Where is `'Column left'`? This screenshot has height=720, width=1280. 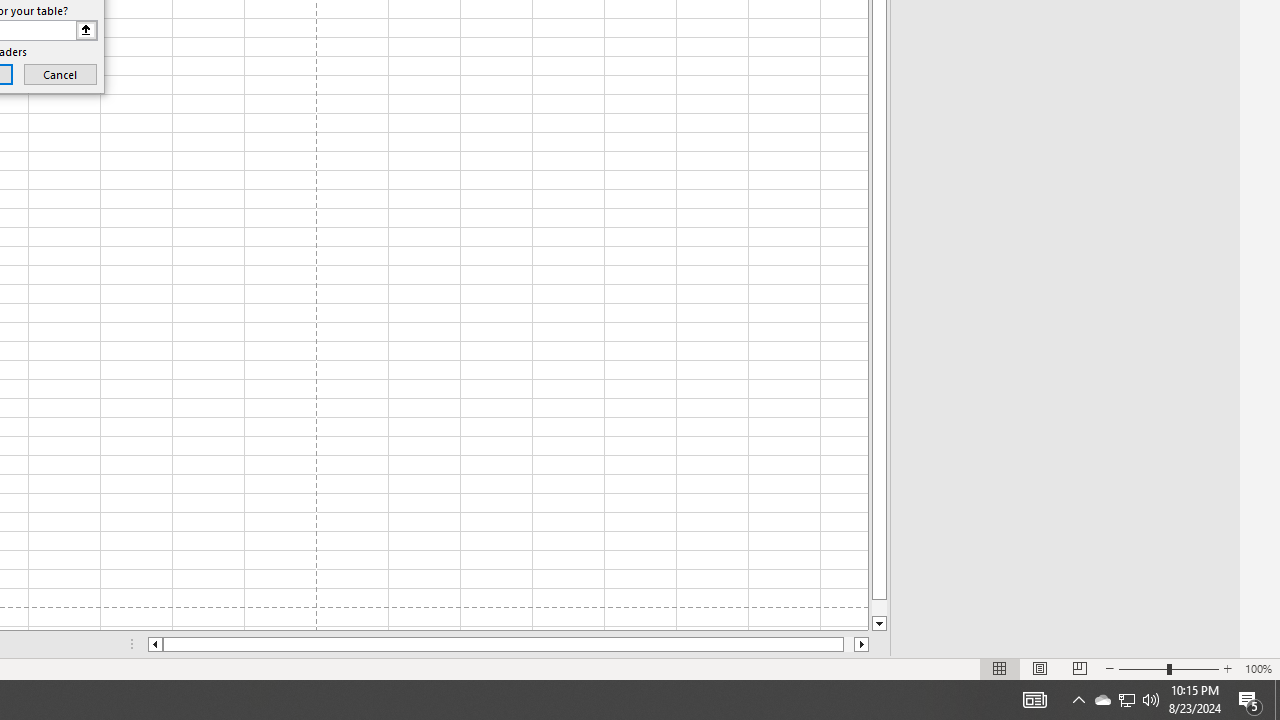 'Column left' is located at coordinates (153, 644).